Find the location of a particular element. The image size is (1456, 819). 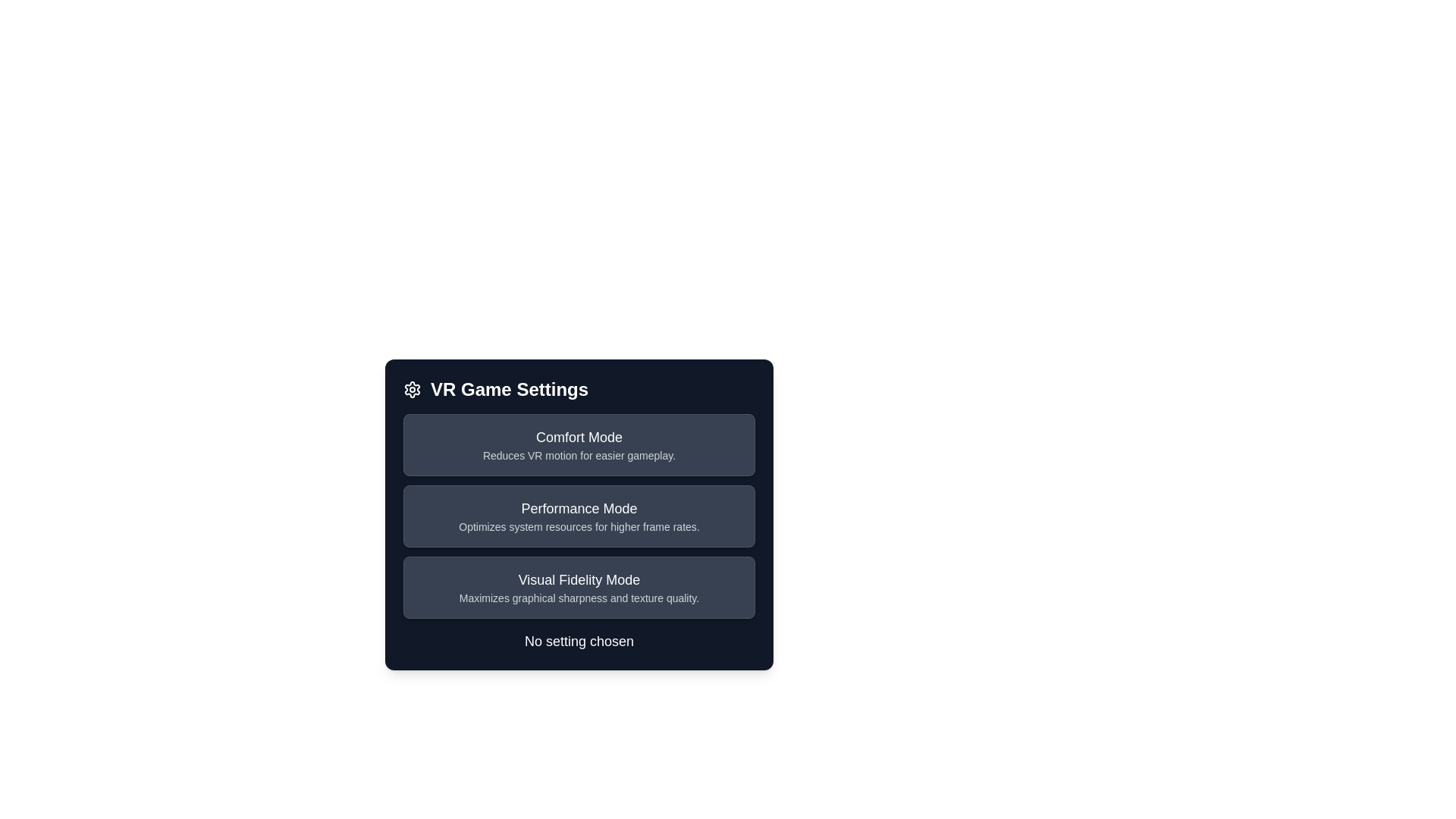

the first button-styled selection option for toggling 'Comfort Mode' setting, which is located below the 'VR Game Settings' heading is located at coordinates (578, 444).